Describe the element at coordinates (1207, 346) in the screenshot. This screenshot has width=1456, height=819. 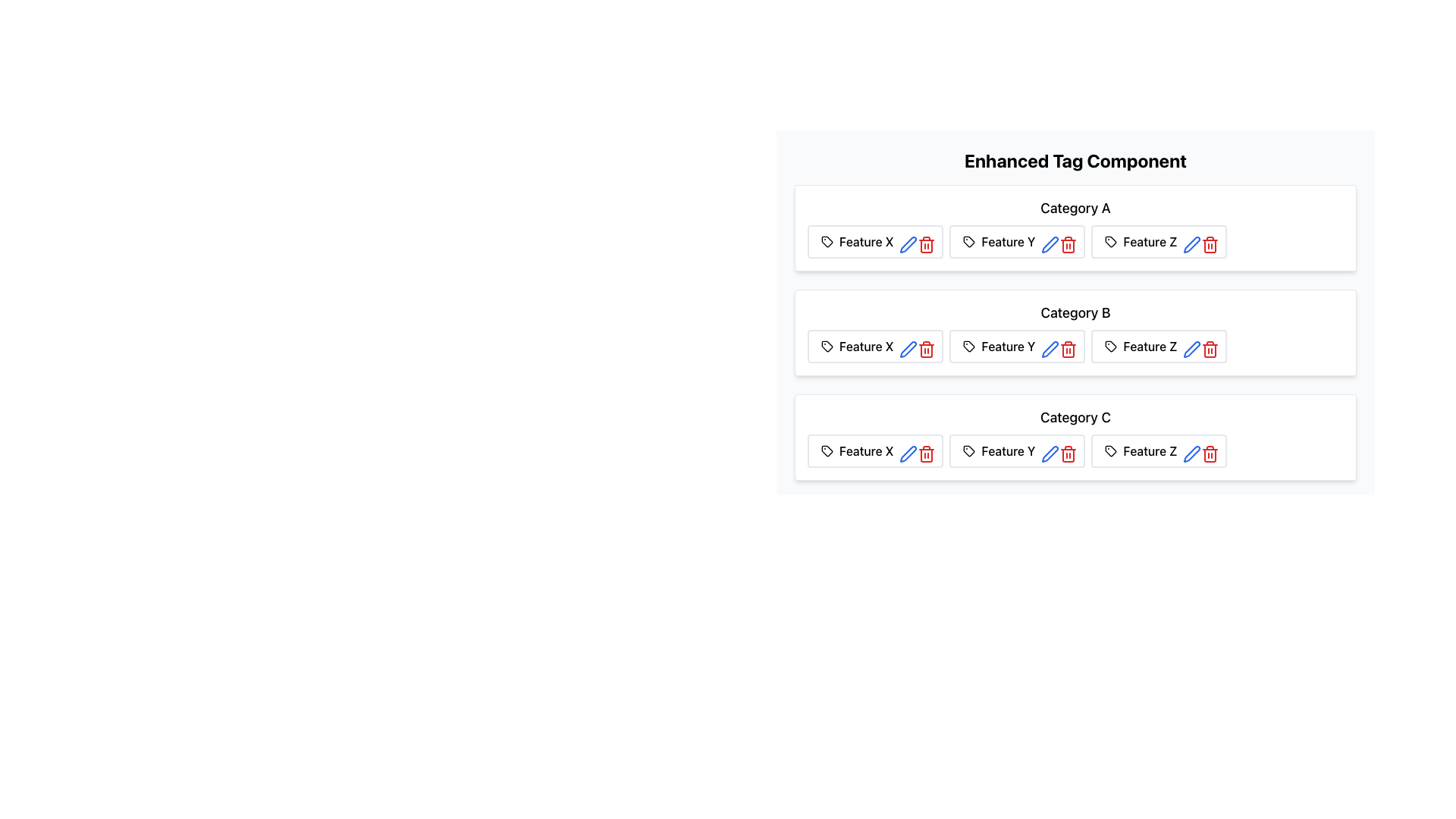
I see `the trash bin icon, which is the third interactive element next to the 'Feature Z' text` at that location.